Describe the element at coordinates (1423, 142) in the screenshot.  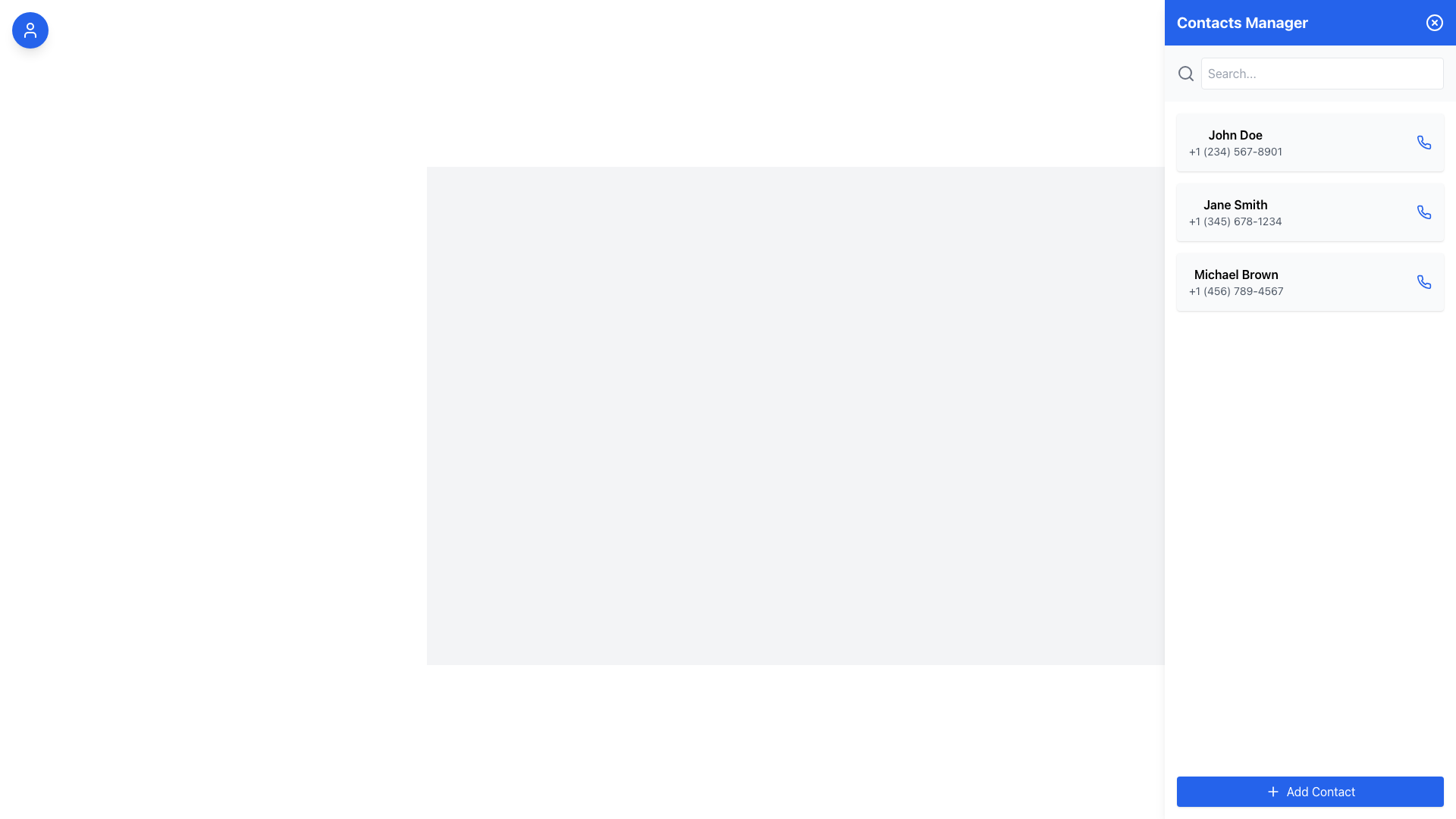
I see `the phone icon located in the right panel, below the icon for 'John Doe' and above the icon for 'Michael Brown', to initiate a call` at that location.